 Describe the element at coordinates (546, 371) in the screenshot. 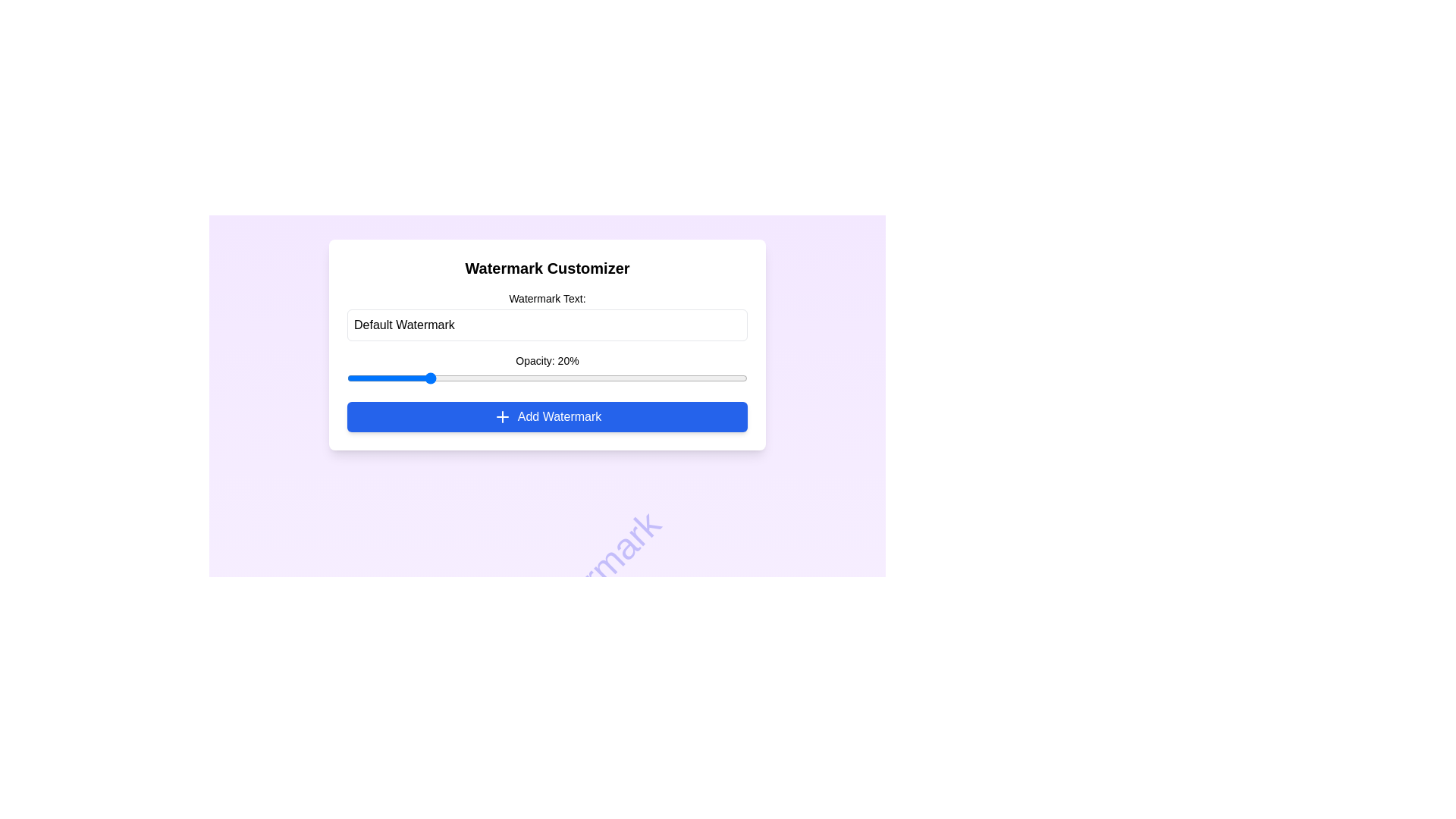

I see `the label displaying 'Opacity: 20%' of the slider to read the text` at that location.